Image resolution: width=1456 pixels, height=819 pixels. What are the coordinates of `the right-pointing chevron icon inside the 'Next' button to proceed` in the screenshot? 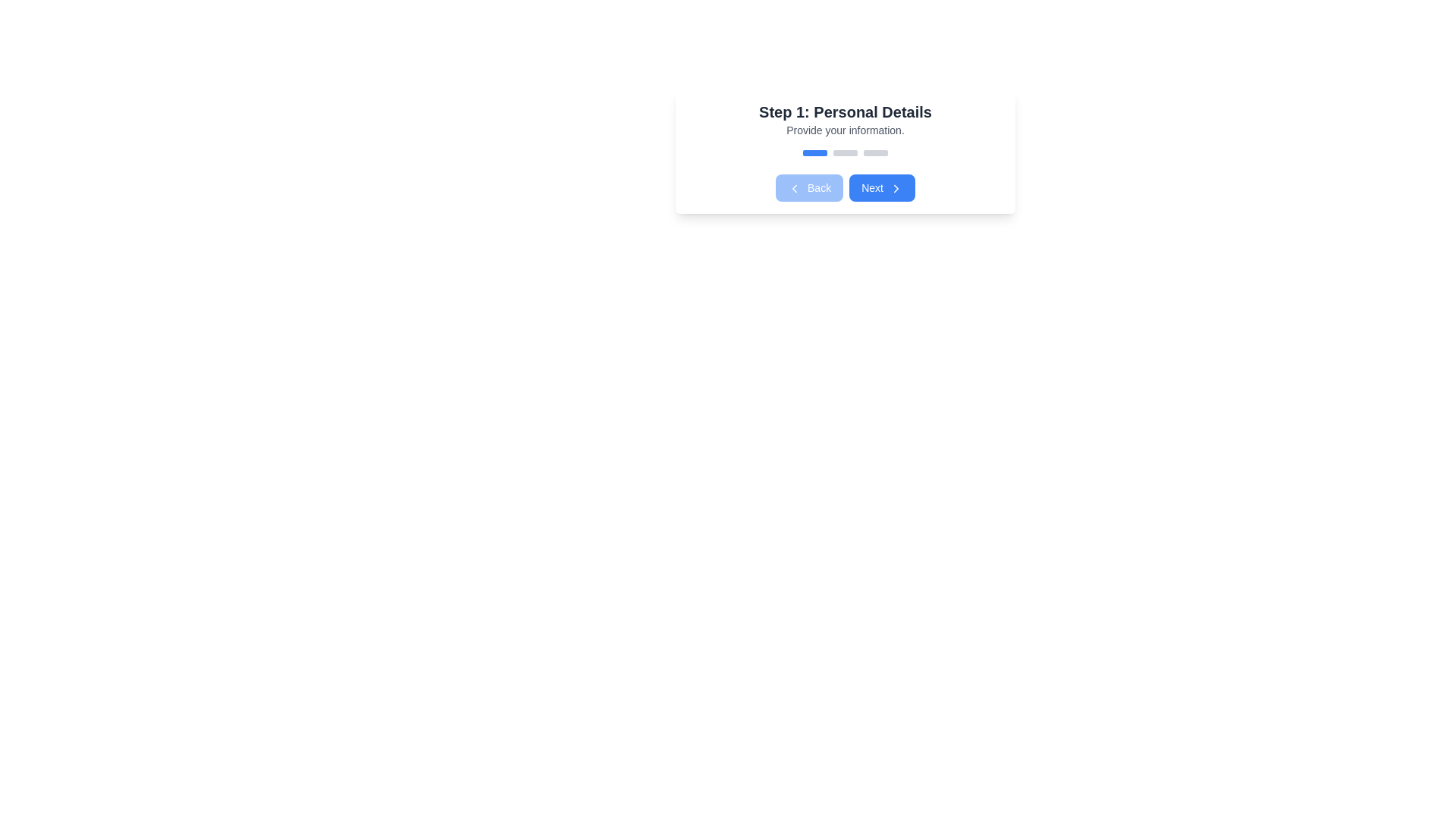 It's located at (896, 188).